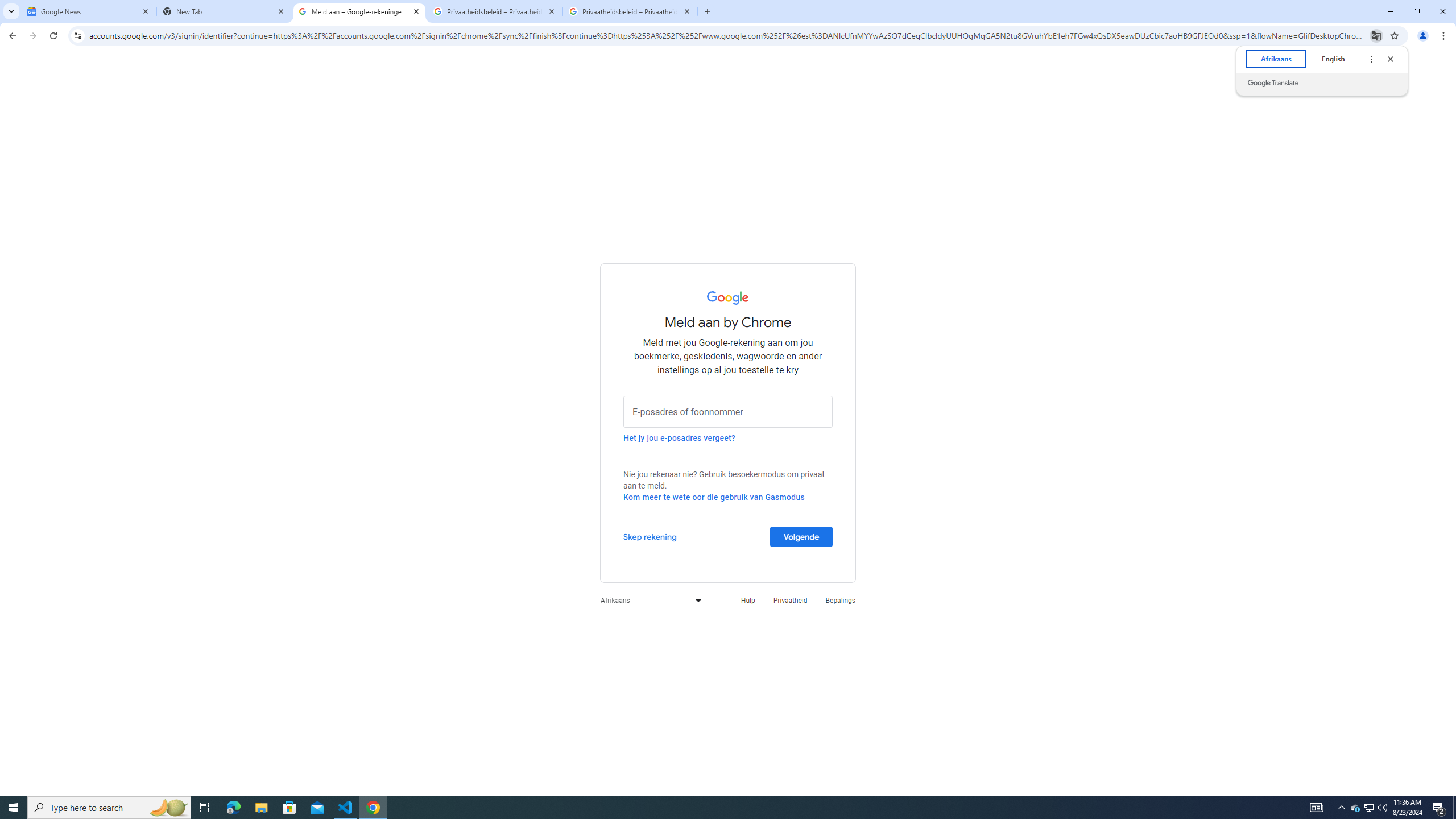 Image resolution: width=1456 pixels, height=819 pixels. What do you see at coordinates (345, 806) in the screenshot?
I see `'Visual Studio Code - 1 running window'` at bounding box center [345, 806].